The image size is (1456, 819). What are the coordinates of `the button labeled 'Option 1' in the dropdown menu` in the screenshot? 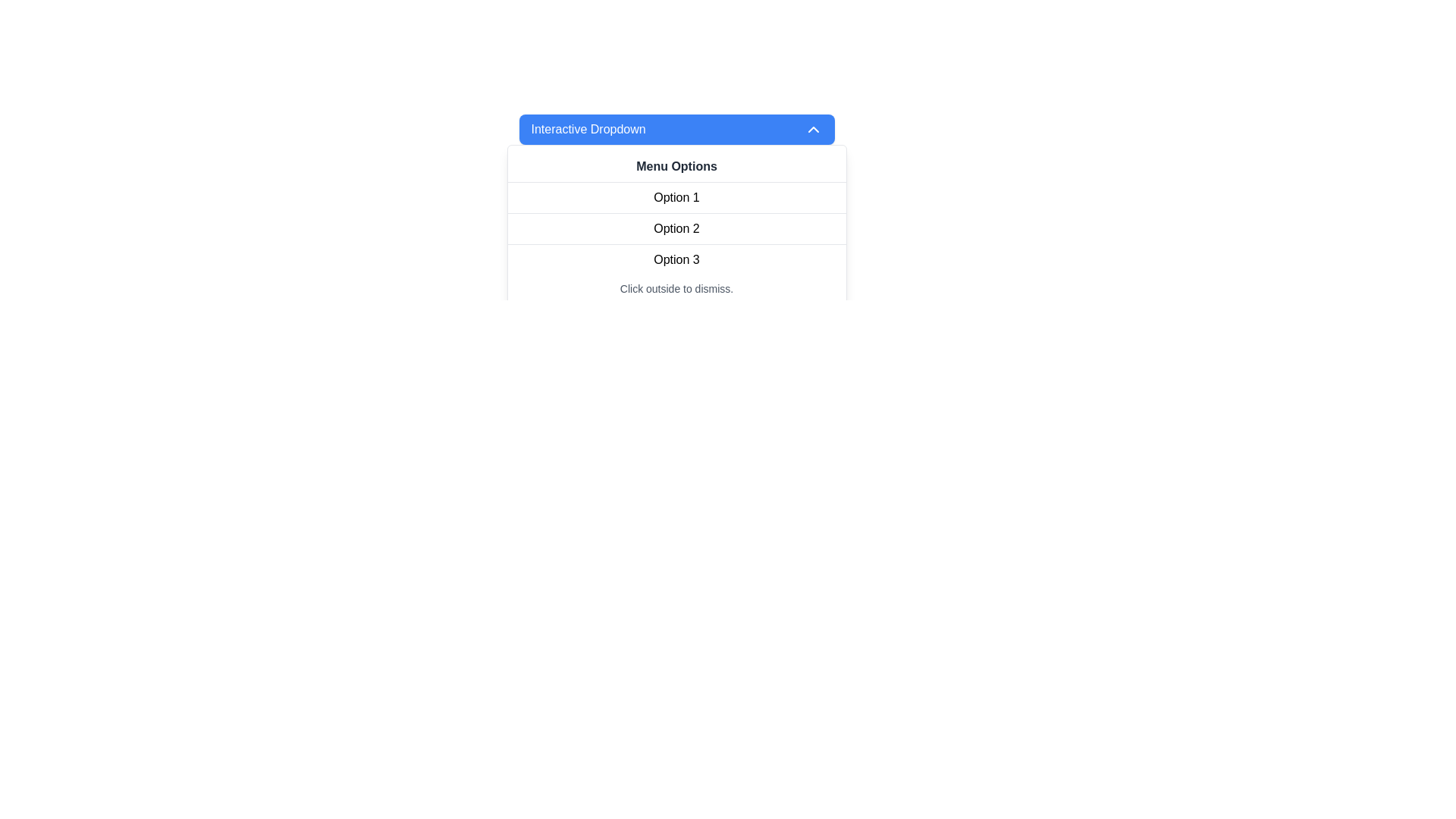 It's located at (676, 197).